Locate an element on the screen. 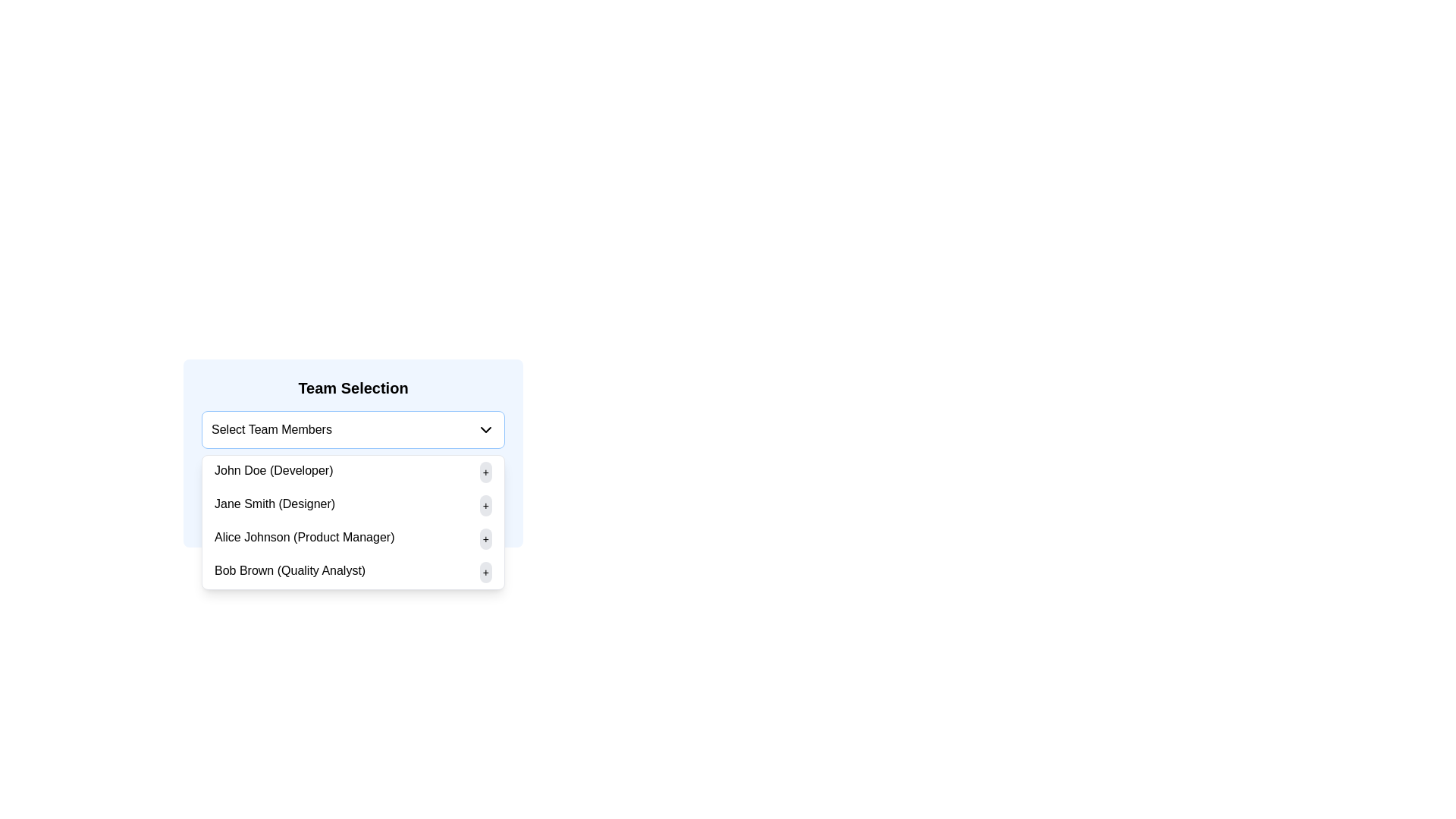 This screenshot has height=819, width=1456. the '+' button of the list item displaying 'John Doe (Developer)' in the dropdown list under 'Select Team Members' is located at coordinates (352, 472).